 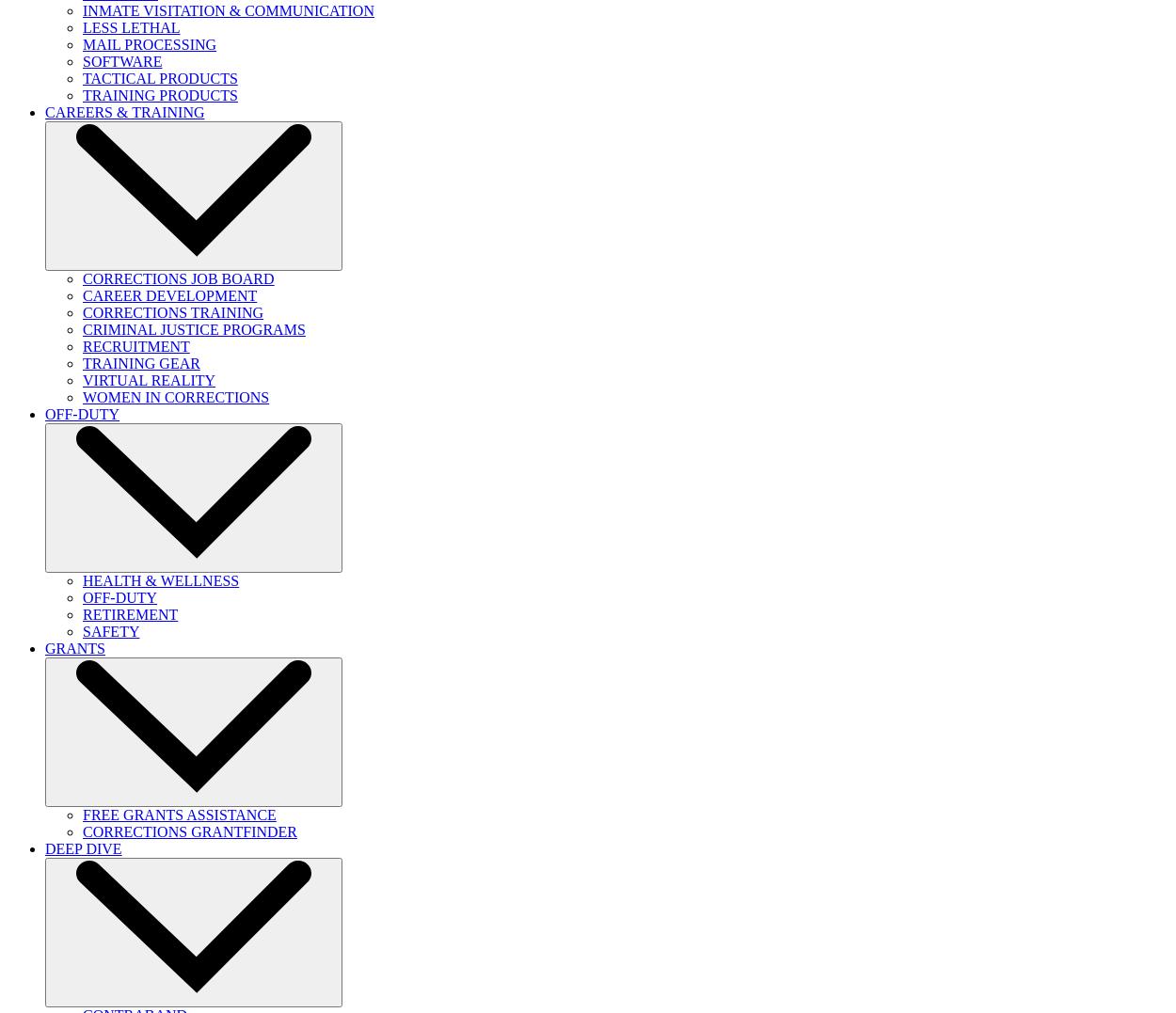 What do you see at coordinates (193, 328) in the screenshot?
I see `'CRIMINAL JUSTICE PROGRAMS'` at bounding box center [193, 328].